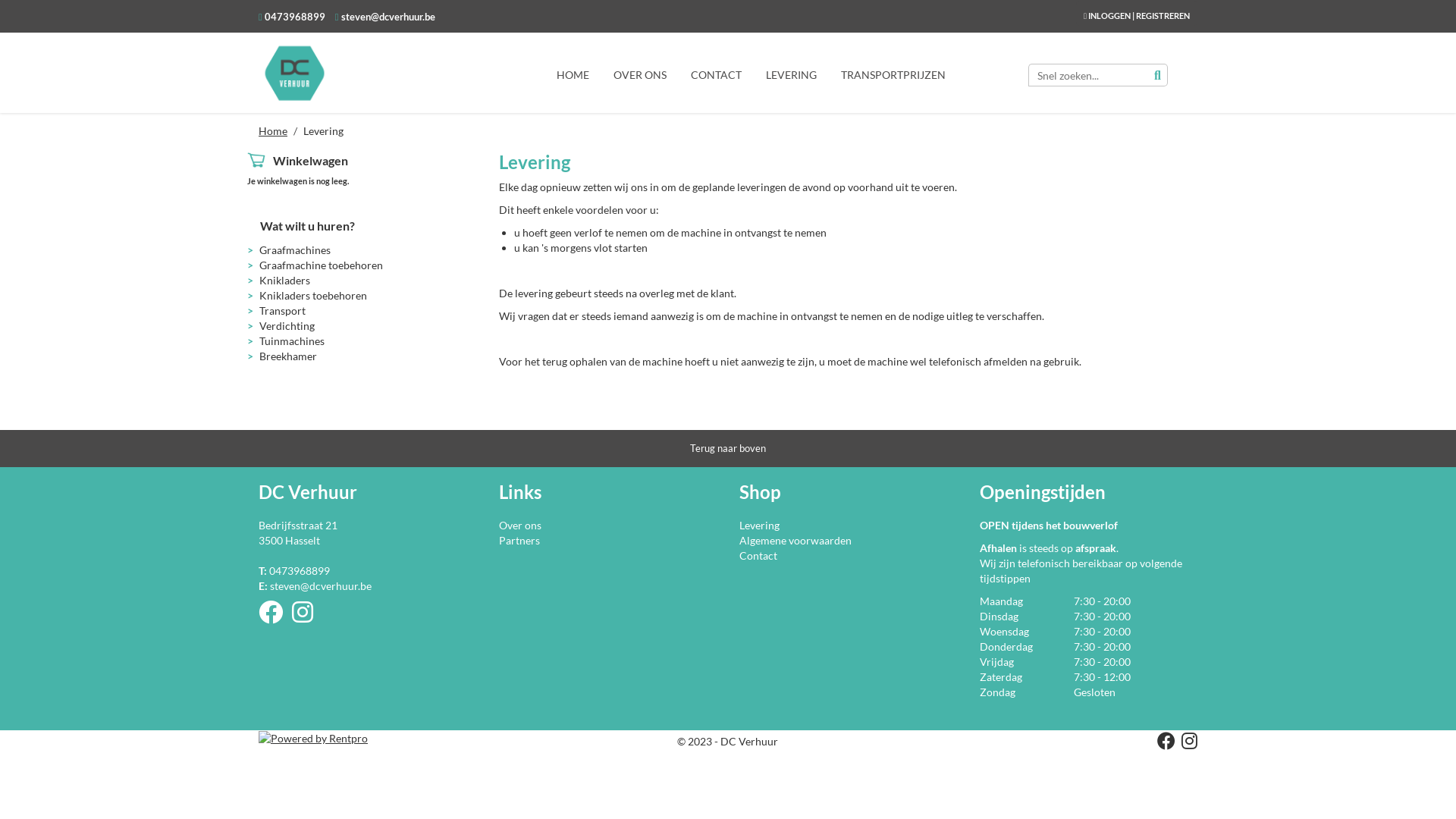 This screenshot has width=1456, height=819. Describe the element at coordinates (314, 585) in the screenshot. I see `'E: steven@dcverhuur.be'` at that location.